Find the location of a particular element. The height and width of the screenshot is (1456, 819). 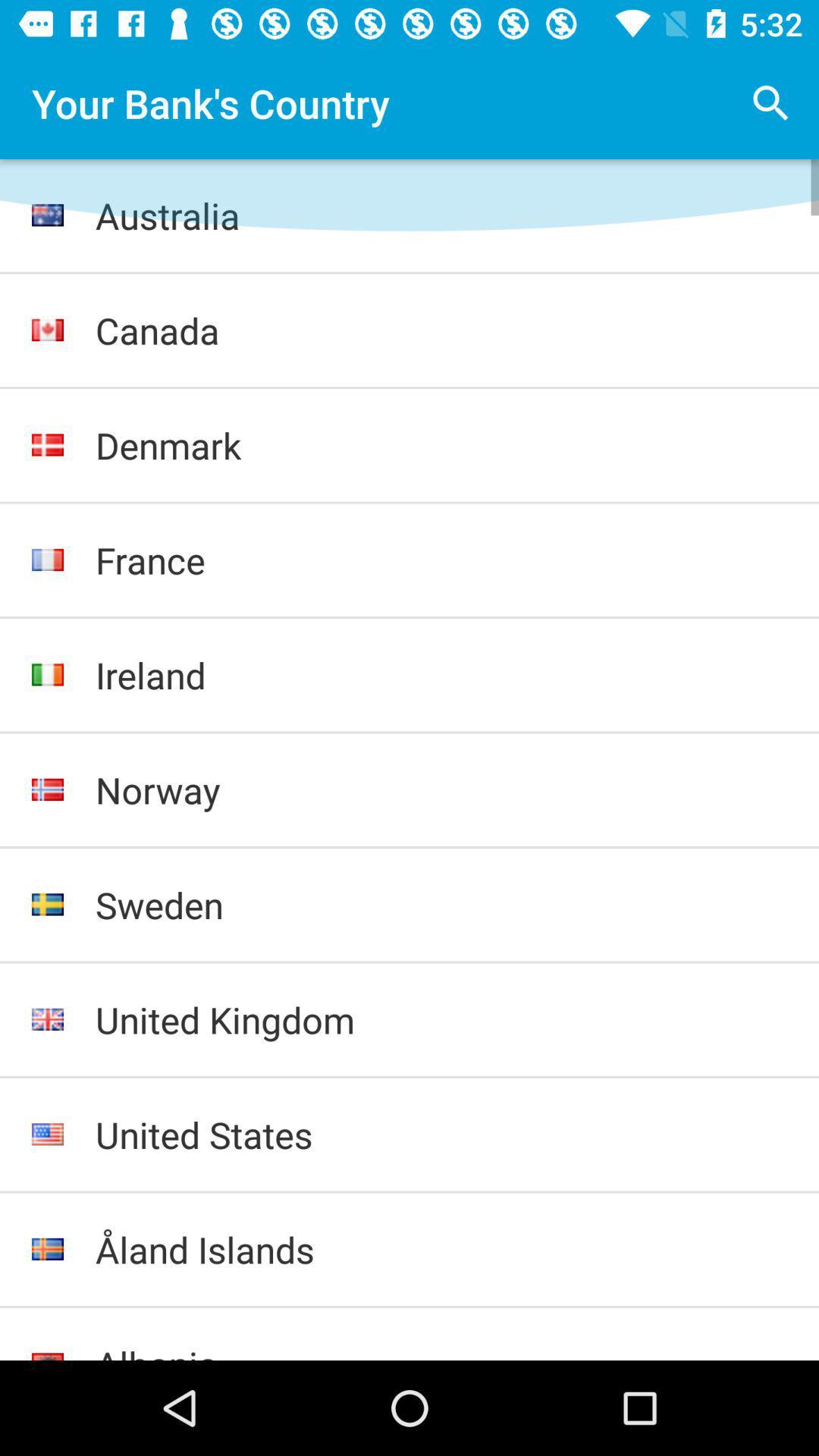

the item above the canada item is located at coordinates (441, 215).